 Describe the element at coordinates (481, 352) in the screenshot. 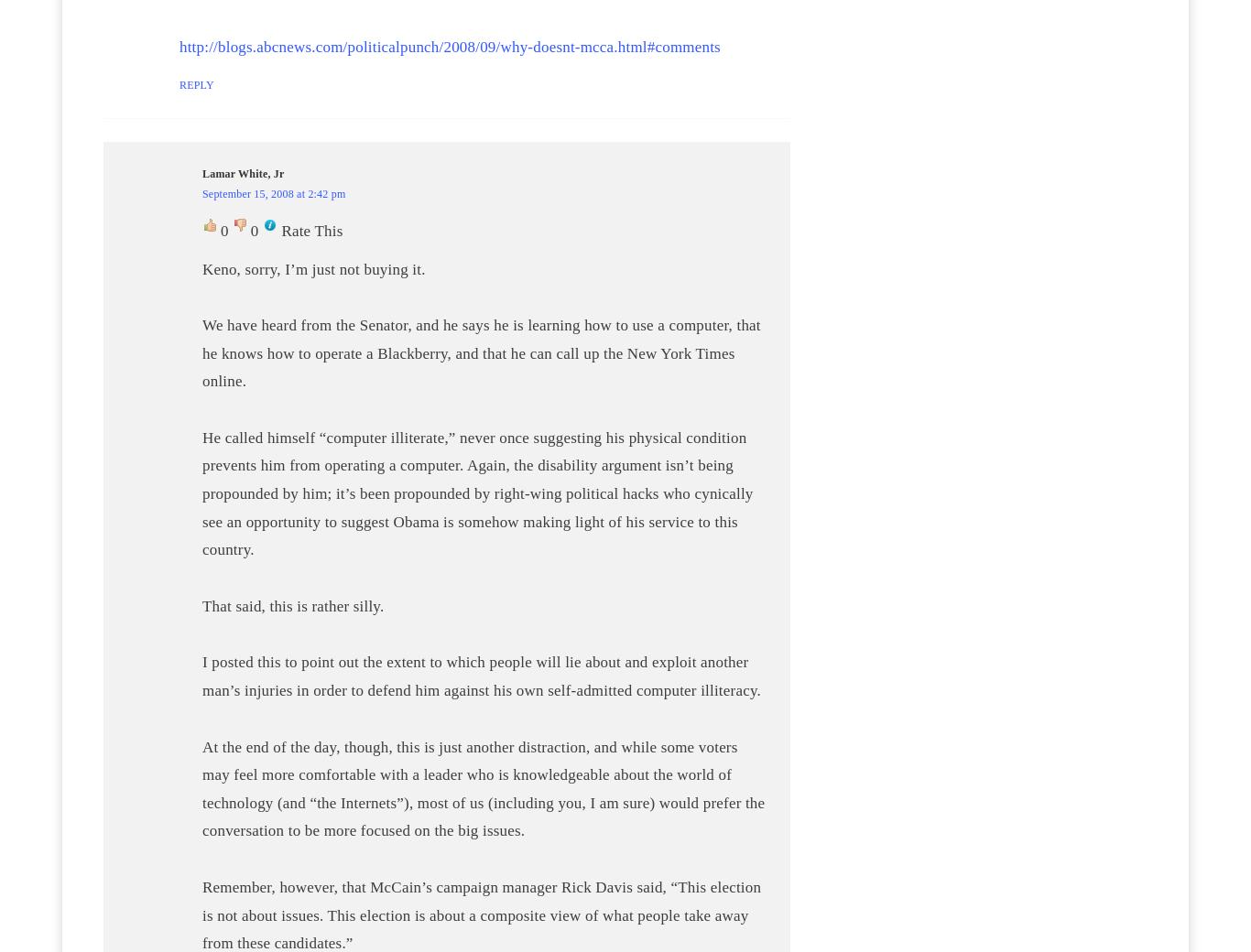

I see `'We have heard from the Senator, and he says he is learning how to use a computer, that he knows how to operate a Blackberry, and that he can call up the New York Times online.'` at that location.